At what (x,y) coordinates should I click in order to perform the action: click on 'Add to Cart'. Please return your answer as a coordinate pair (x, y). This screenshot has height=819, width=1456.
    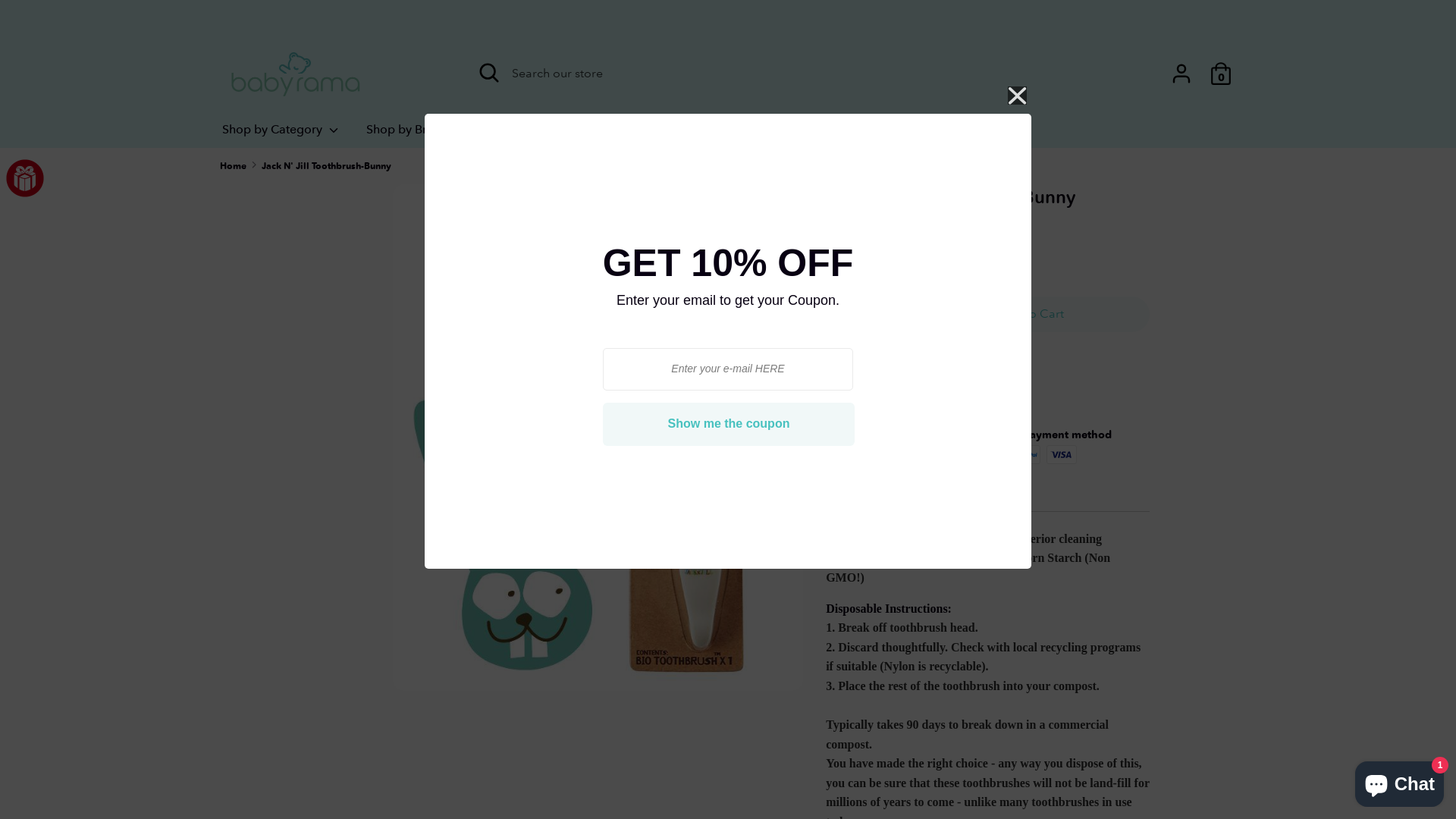
    Looking at the image, I should click on (1031, 312).